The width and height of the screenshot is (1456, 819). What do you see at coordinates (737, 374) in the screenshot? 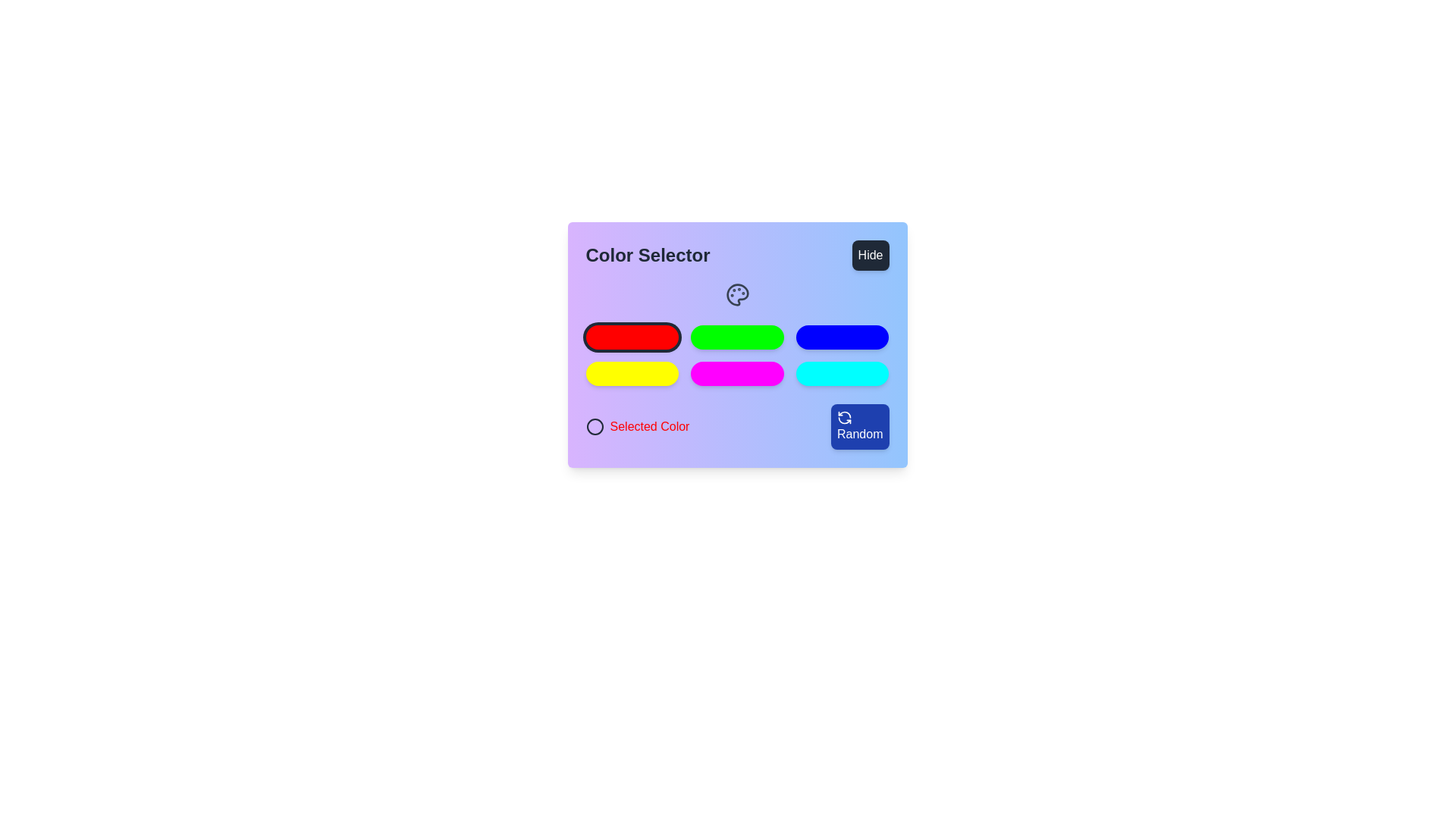
I see `the bright magenta circular button located in the second row, middle column of the grid layout for potential drag-and-drop interactions` at bounding box center [737, 374].